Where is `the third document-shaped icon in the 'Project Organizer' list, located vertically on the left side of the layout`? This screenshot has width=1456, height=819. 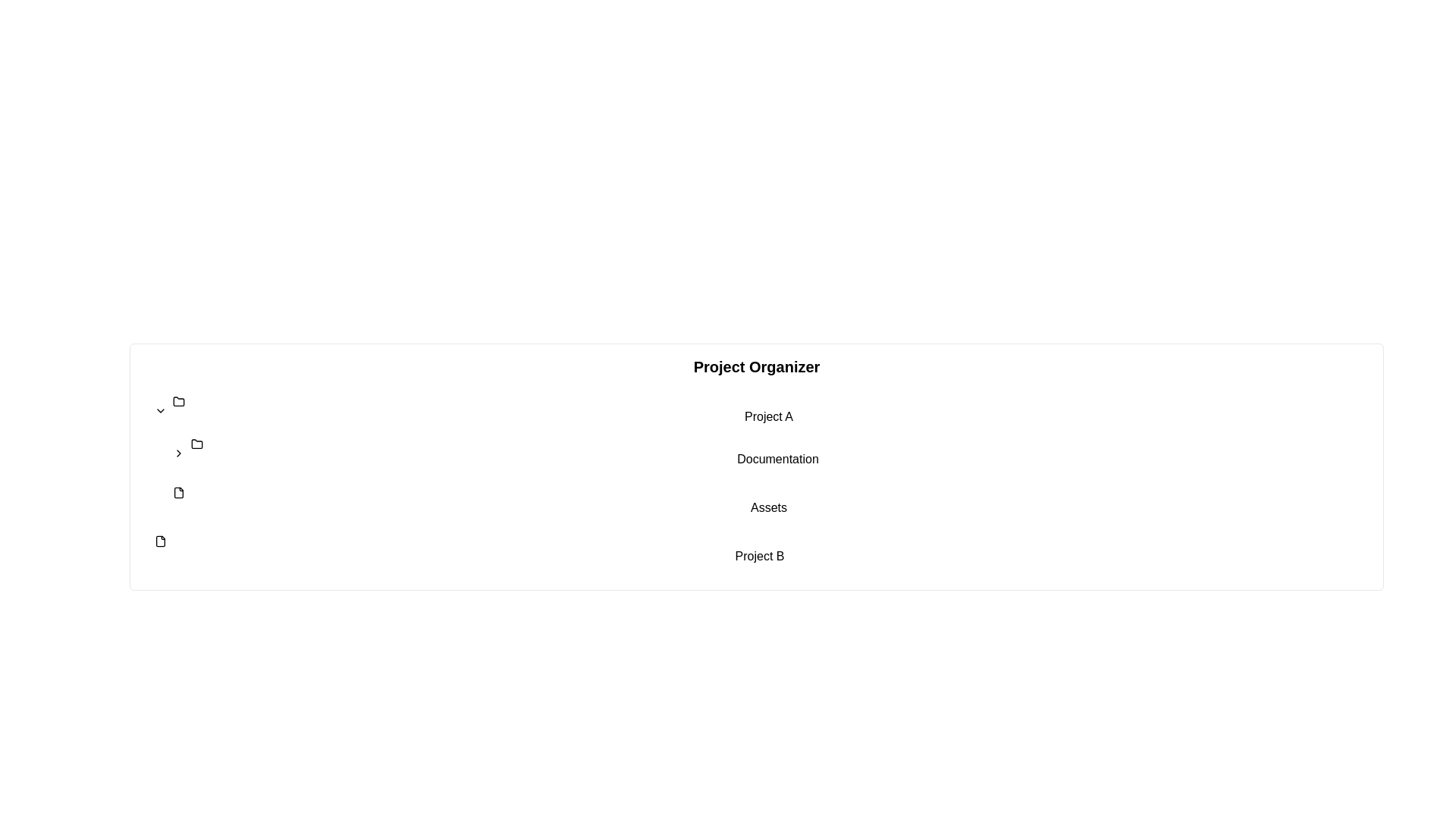 the third document-shaped icon in the 'Project Organizer' list, located vertically on the left side of the layout is located at coordinates (160, 540).